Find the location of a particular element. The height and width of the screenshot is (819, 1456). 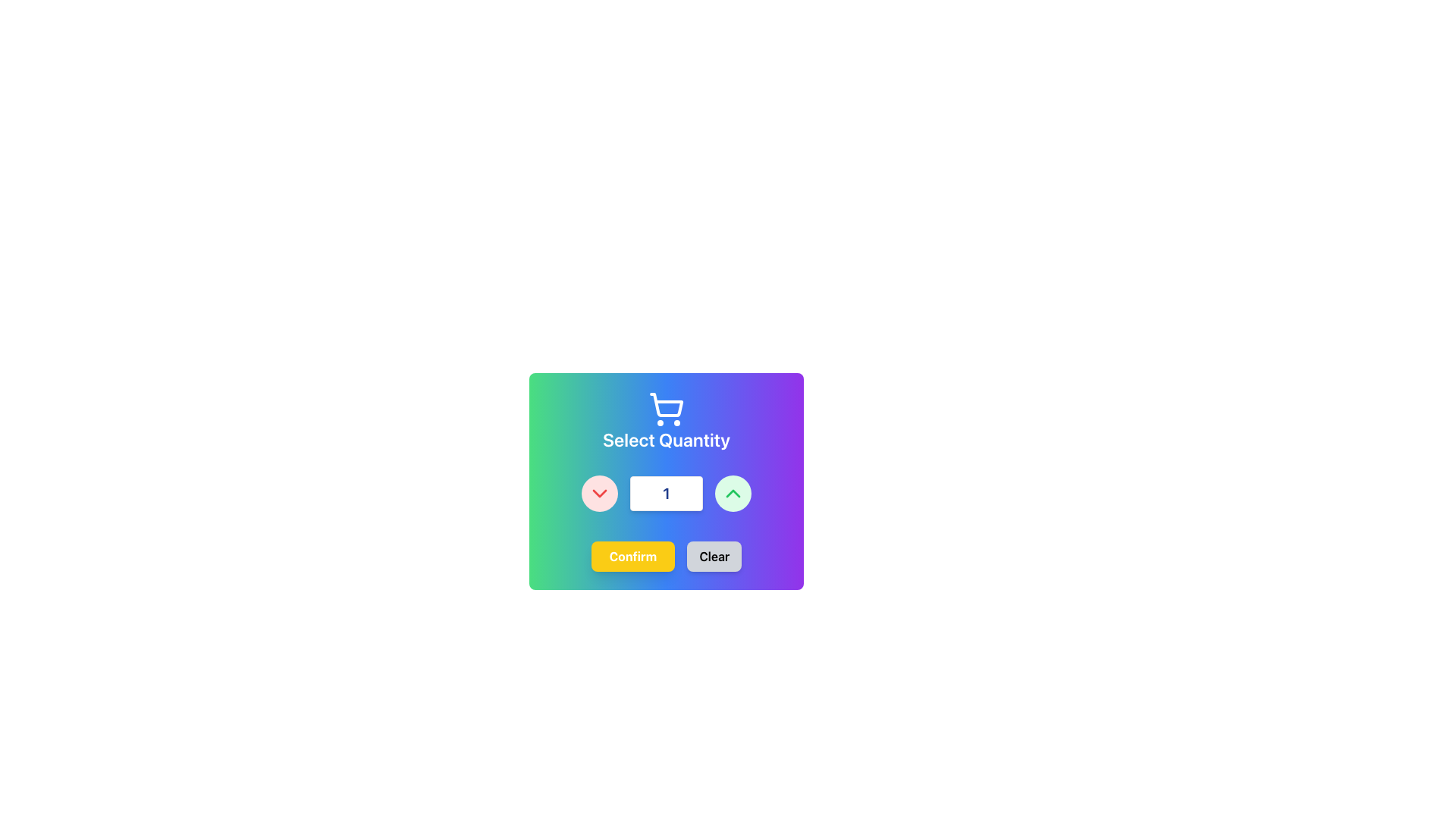

the shopping cart icon, which serves as a graphical symbol for e-commerce-related functionality, located at the top of the dialog box is located at coordinates (667, 404).